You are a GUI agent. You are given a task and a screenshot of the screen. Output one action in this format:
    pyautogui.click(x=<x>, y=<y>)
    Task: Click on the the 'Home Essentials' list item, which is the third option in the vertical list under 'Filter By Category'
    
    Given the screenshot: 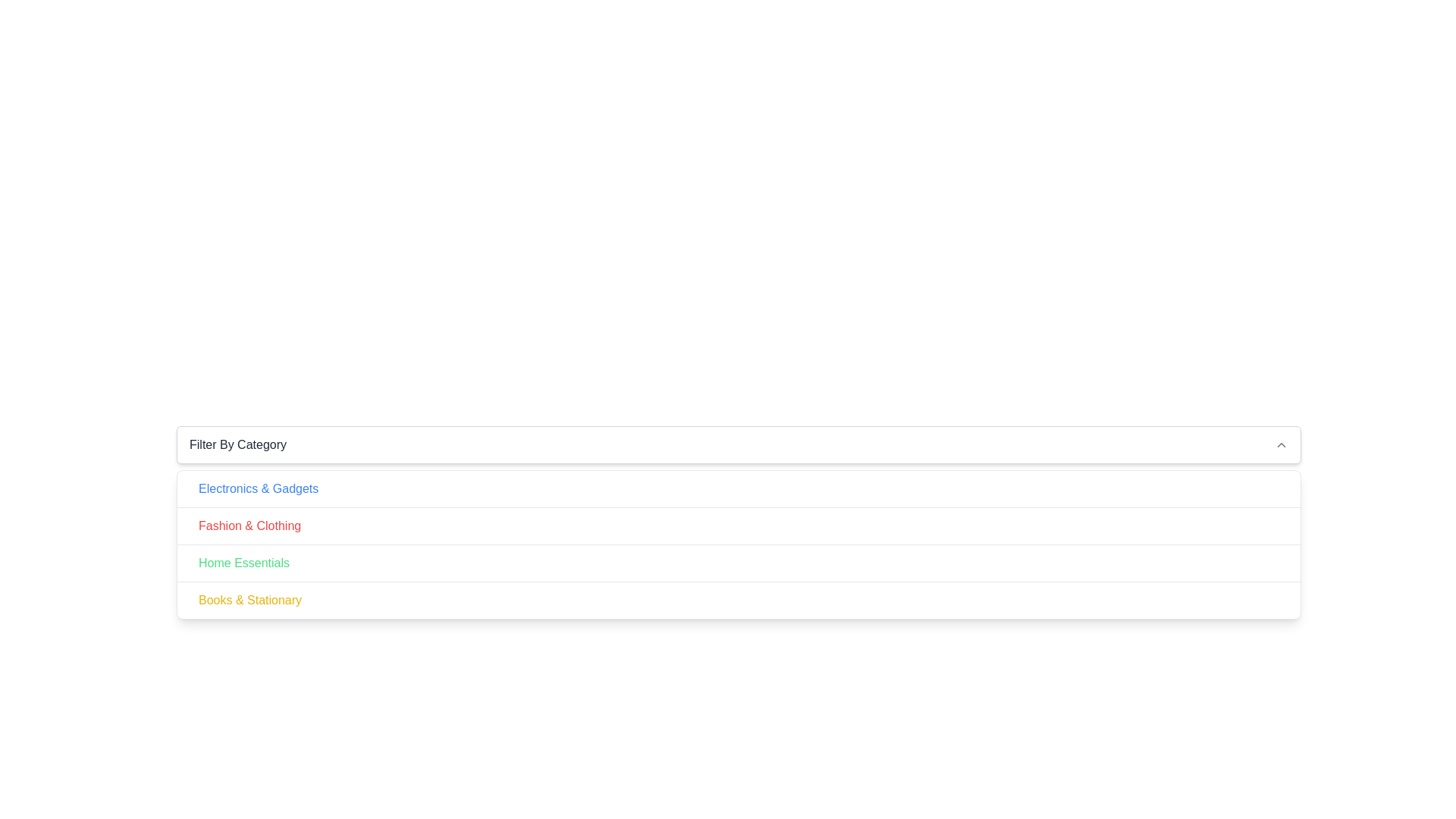 What is the action you would take?
    pyautogui.click(x=739, y=563)
    